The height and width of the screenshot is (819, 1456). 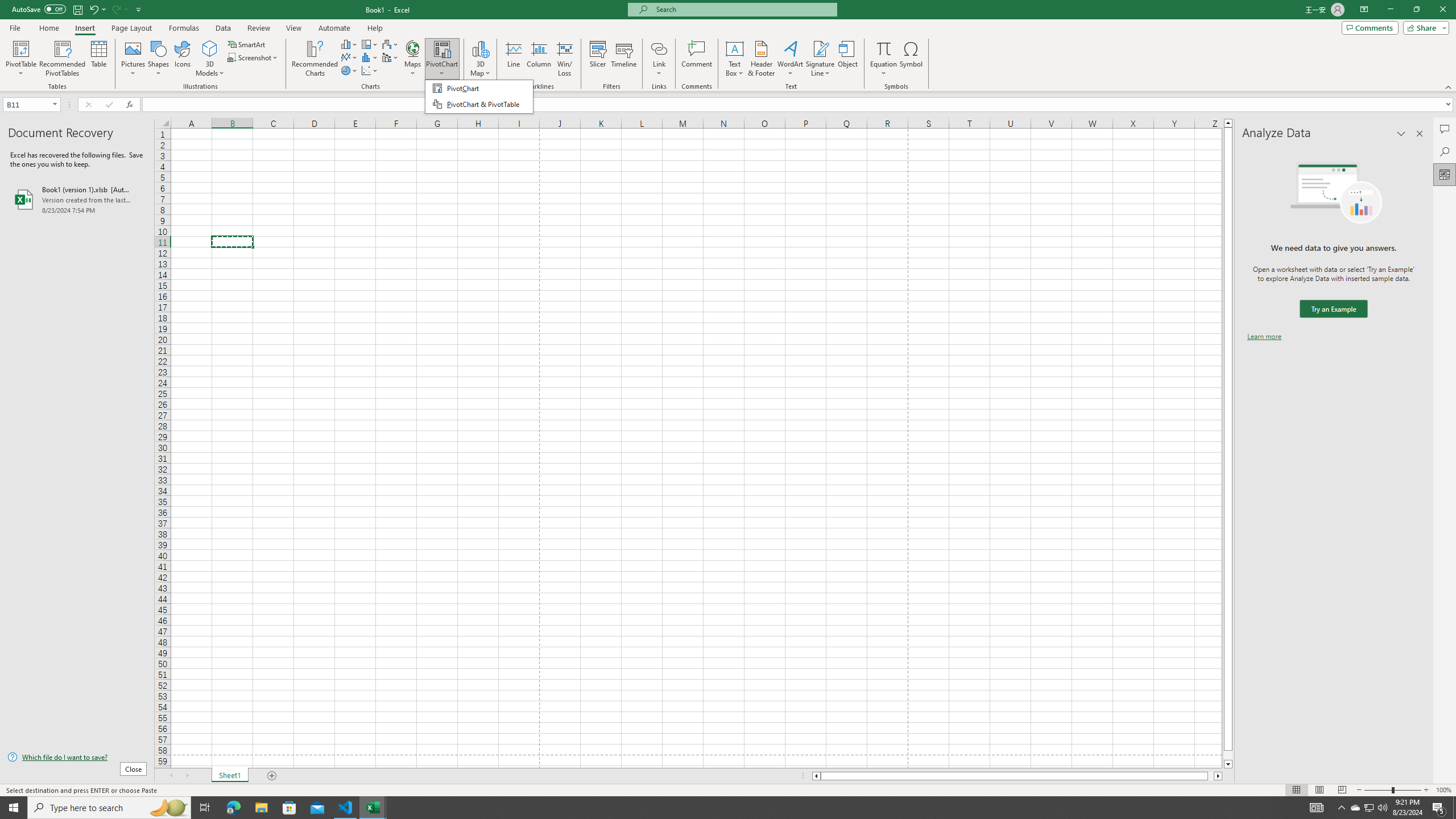 What do you see at coordinates (564, 59) in the screenshot?
I see `'Win/Loss'` at bounding box center [564, 59].